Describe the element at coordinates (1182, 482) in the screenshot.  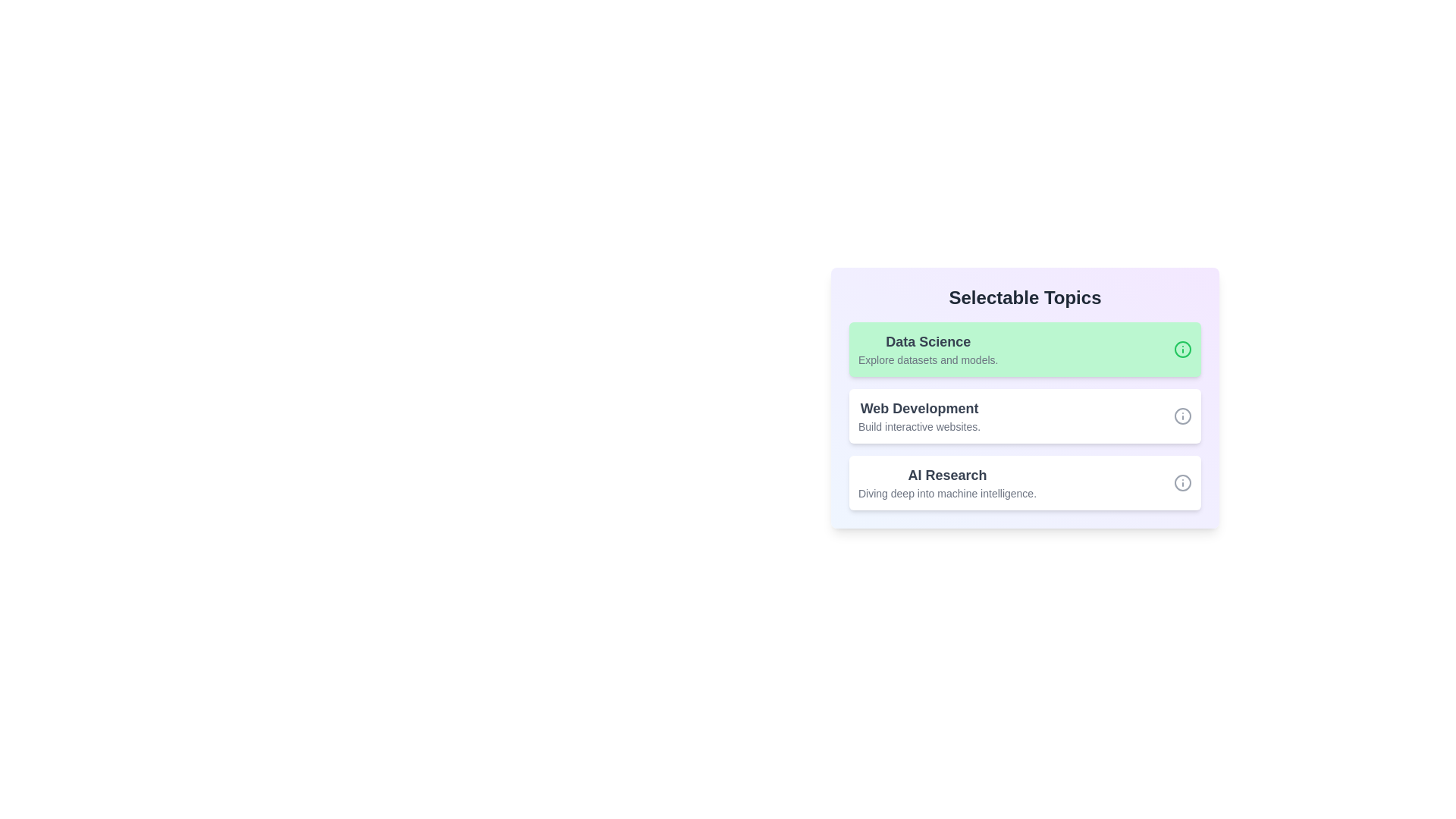
I see `the information icon for the topic AI Research` at that location.